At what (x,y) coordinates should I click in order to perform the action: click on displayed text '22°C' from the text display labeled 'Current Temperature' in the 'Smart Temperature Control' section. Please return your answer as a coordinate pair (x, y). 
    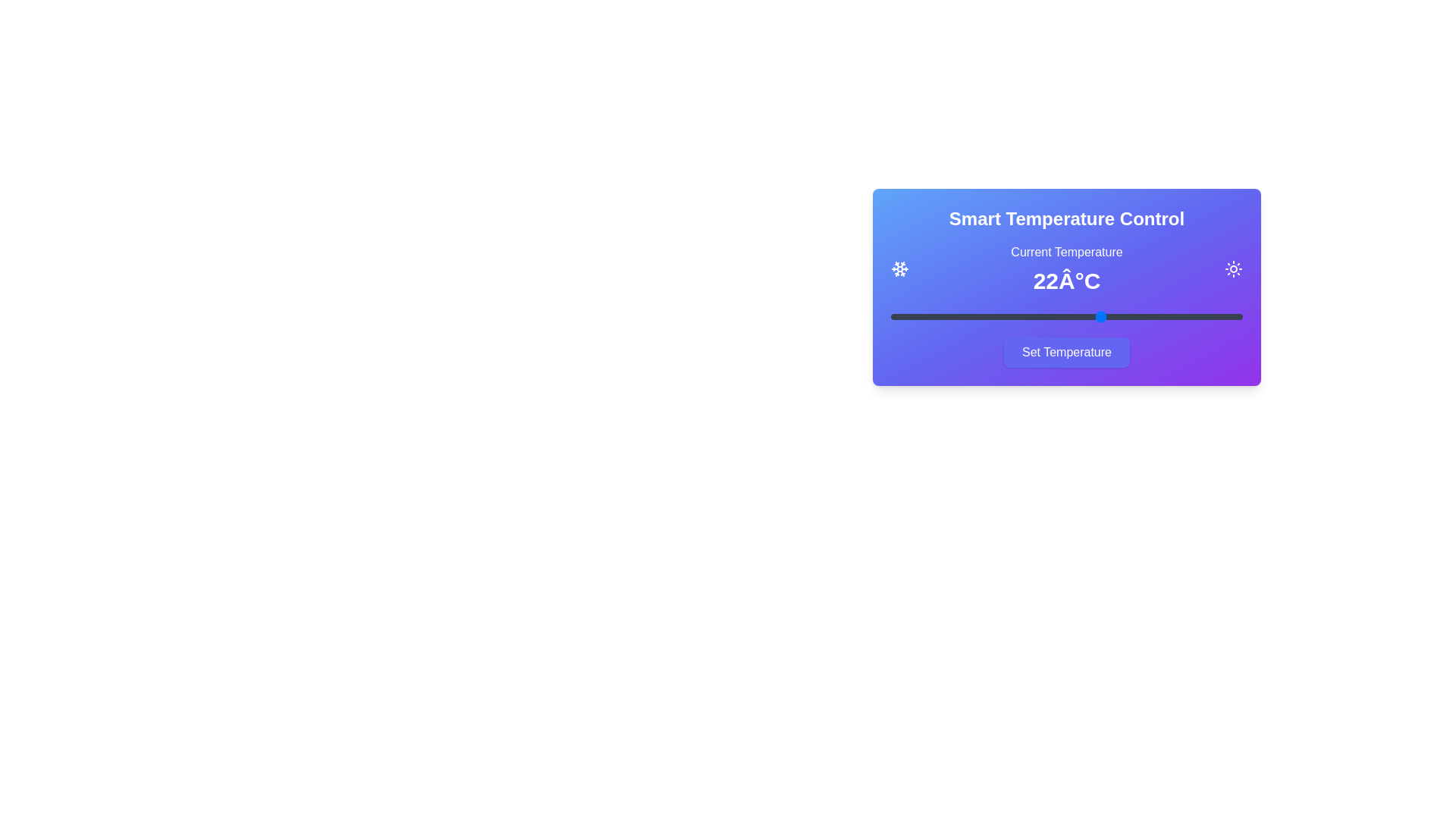
    Looking at the image, I should click on (1065, 268).